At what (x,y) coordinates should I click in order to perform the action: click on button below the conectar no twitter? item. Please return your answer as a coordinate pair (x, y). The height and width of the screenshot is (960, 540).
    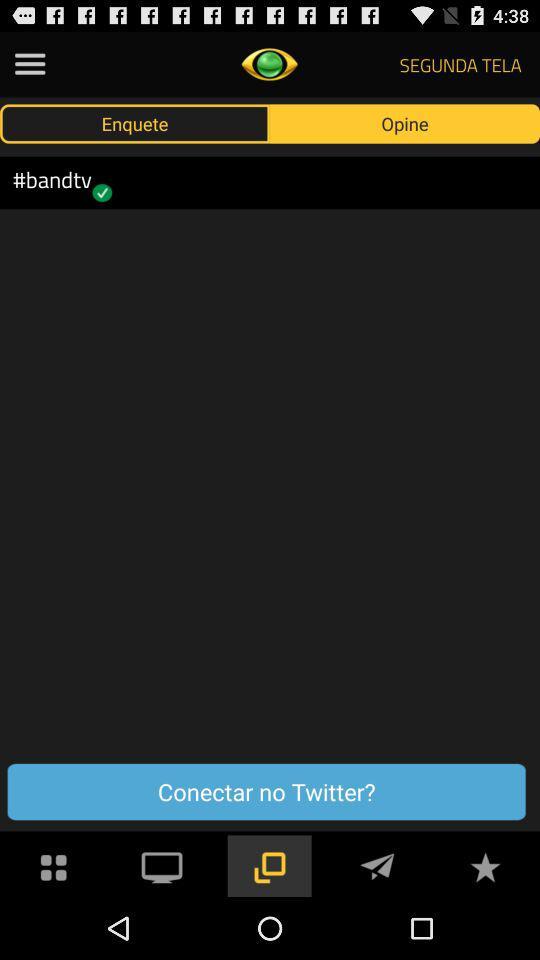
    Looking at the image, I should click on (161, 864).